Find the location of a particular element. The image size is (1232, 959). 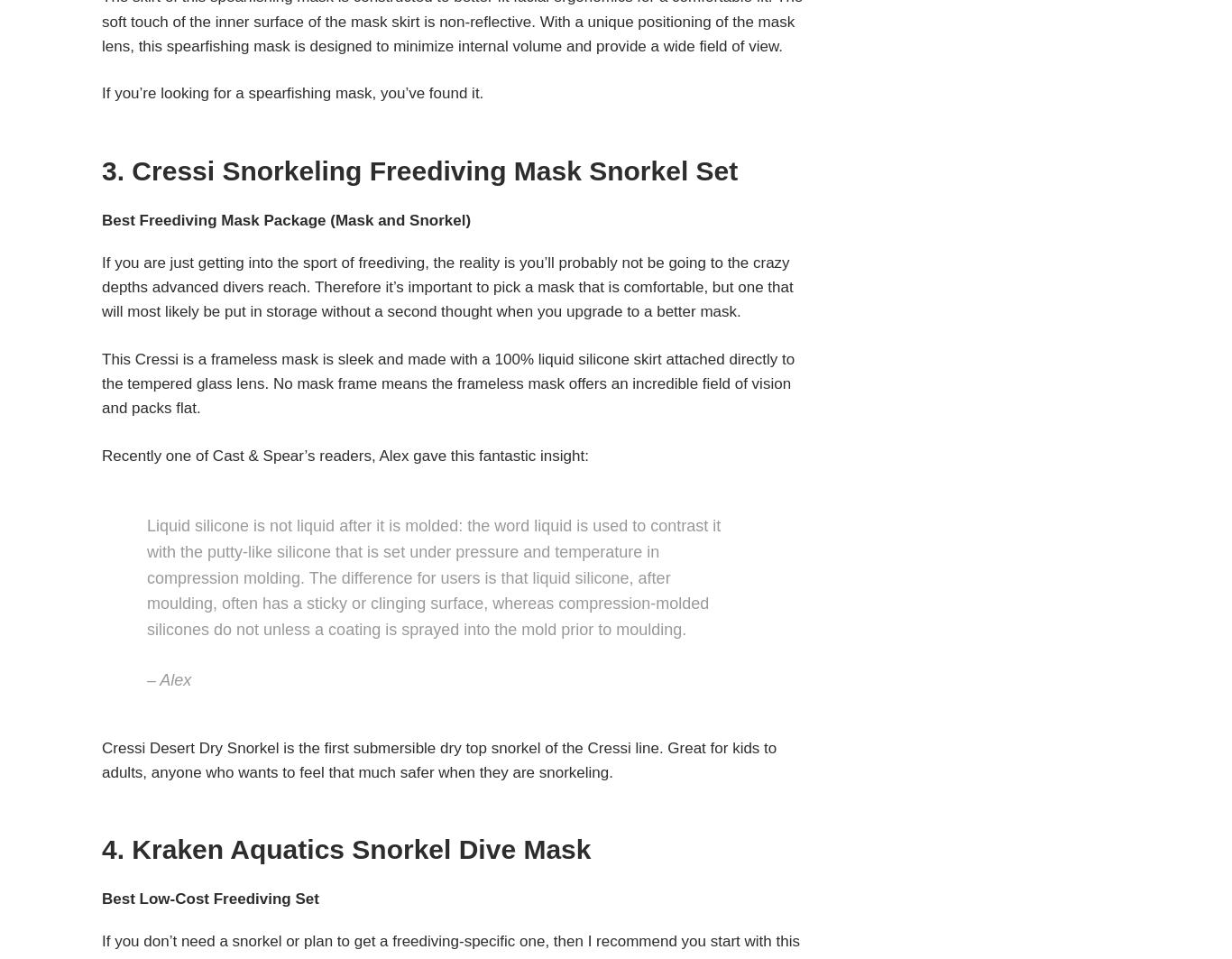

'Cressi Desert Dry Snorkel is the first submersible dry top snorkel of the Cressi line. Great for kids to adults, anyone who wants to feel that much safer when they are snorkeling.' is located at coordinates (438, 759).